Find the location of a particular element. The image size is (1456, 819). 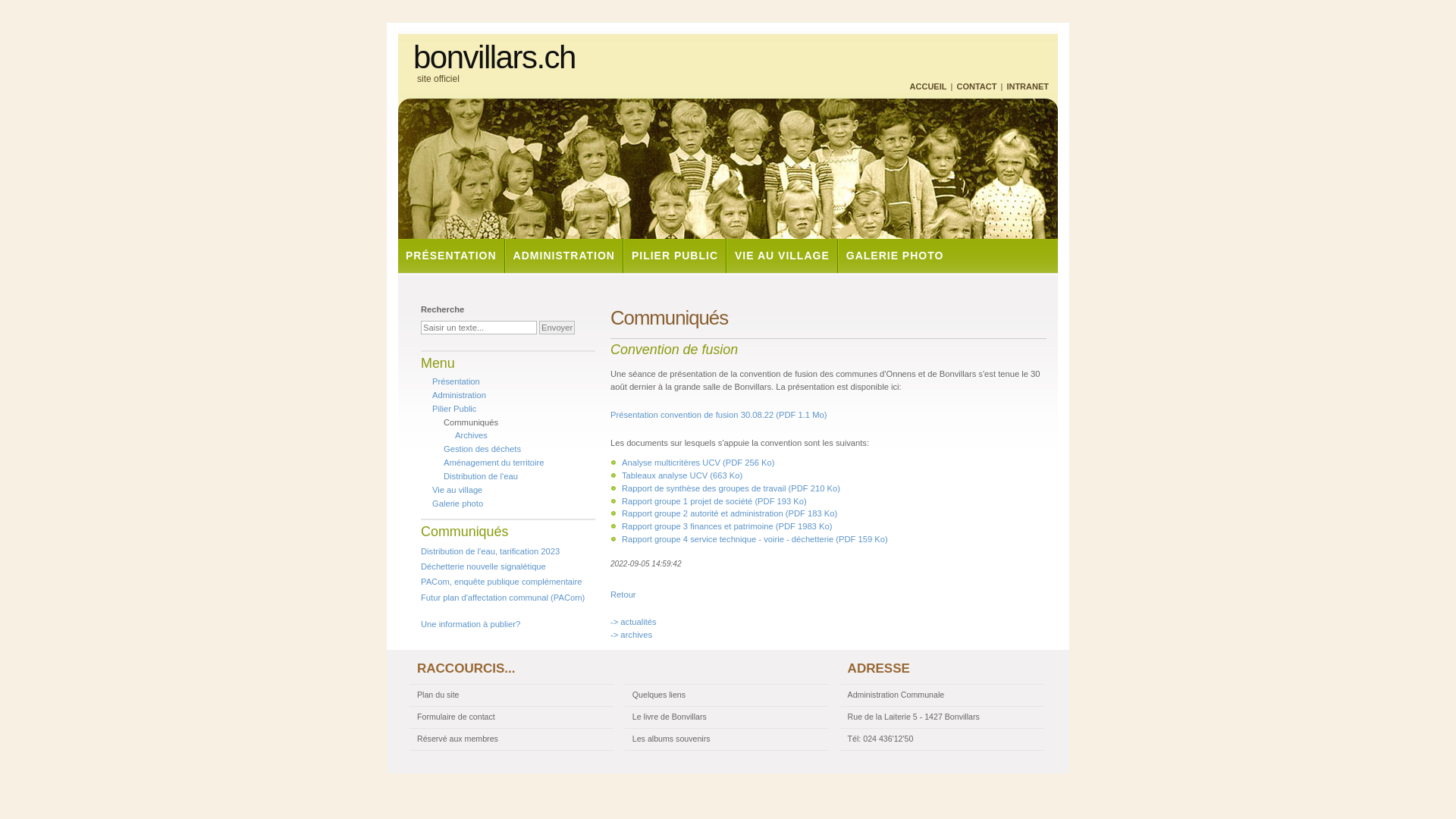

'Distribution de l'eau' is located at coordinates (479, 475).